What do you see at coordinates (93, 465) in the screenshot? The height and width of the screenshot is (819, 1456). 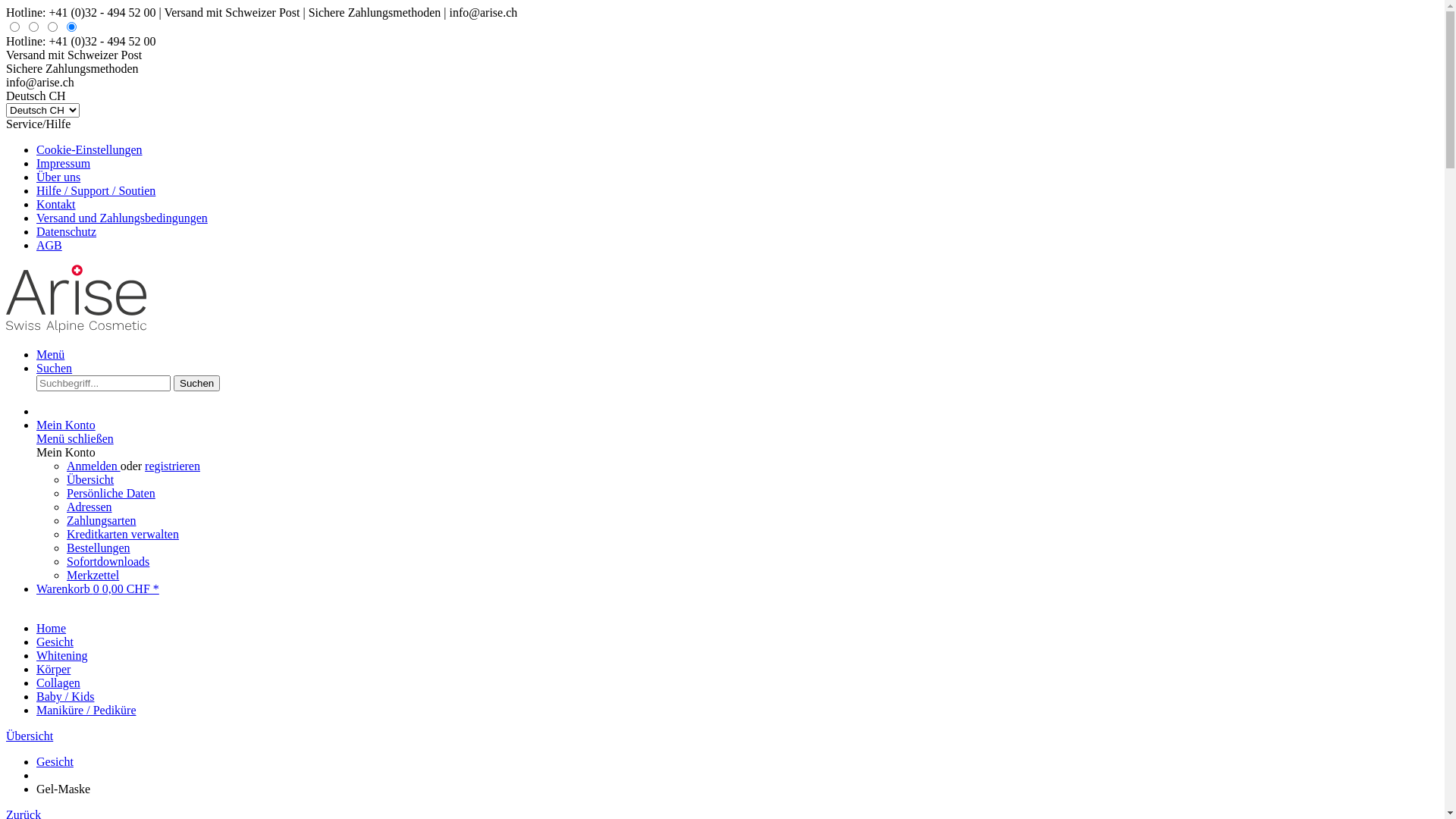 I see `'Anmelden'` at bounding box center [93, 465].